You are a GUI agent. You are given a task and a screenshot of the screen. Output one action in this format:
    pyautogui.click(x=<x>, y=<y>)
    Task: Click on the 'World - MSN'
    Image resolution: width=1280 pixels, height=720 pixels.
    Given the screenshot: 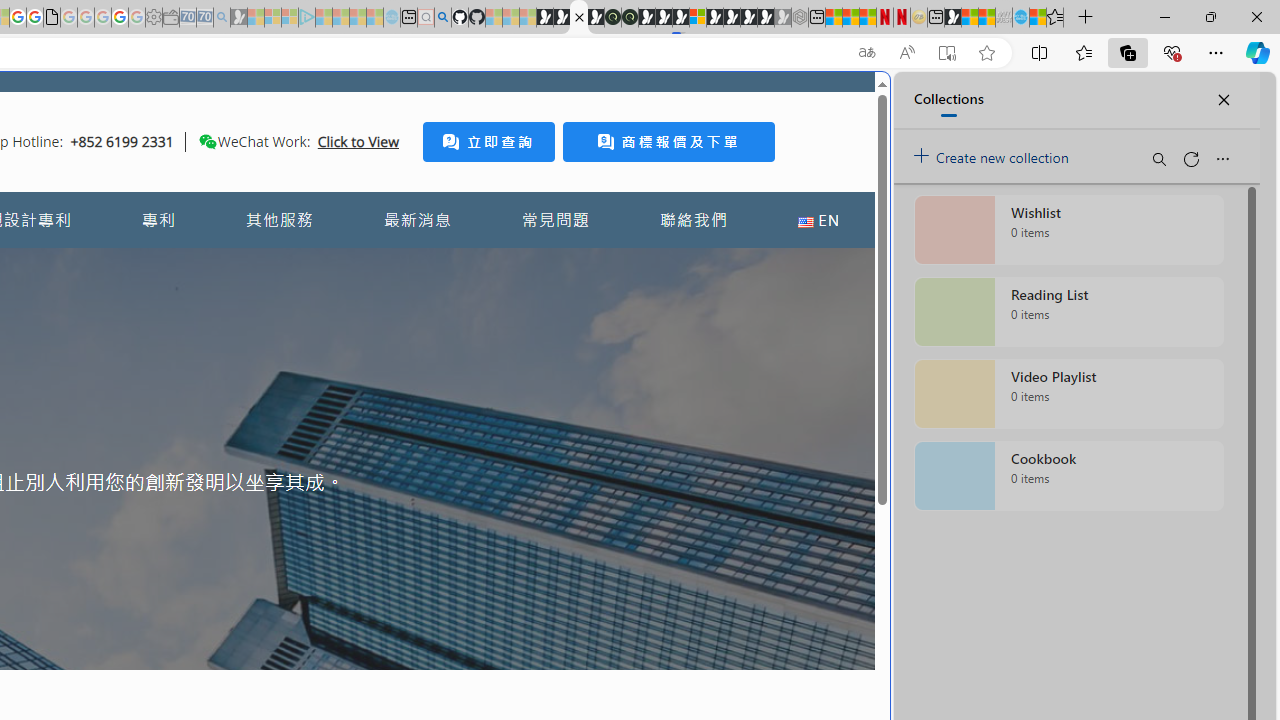 What is the action you would take?
    pyautogui.click(x=970, y=17)
    